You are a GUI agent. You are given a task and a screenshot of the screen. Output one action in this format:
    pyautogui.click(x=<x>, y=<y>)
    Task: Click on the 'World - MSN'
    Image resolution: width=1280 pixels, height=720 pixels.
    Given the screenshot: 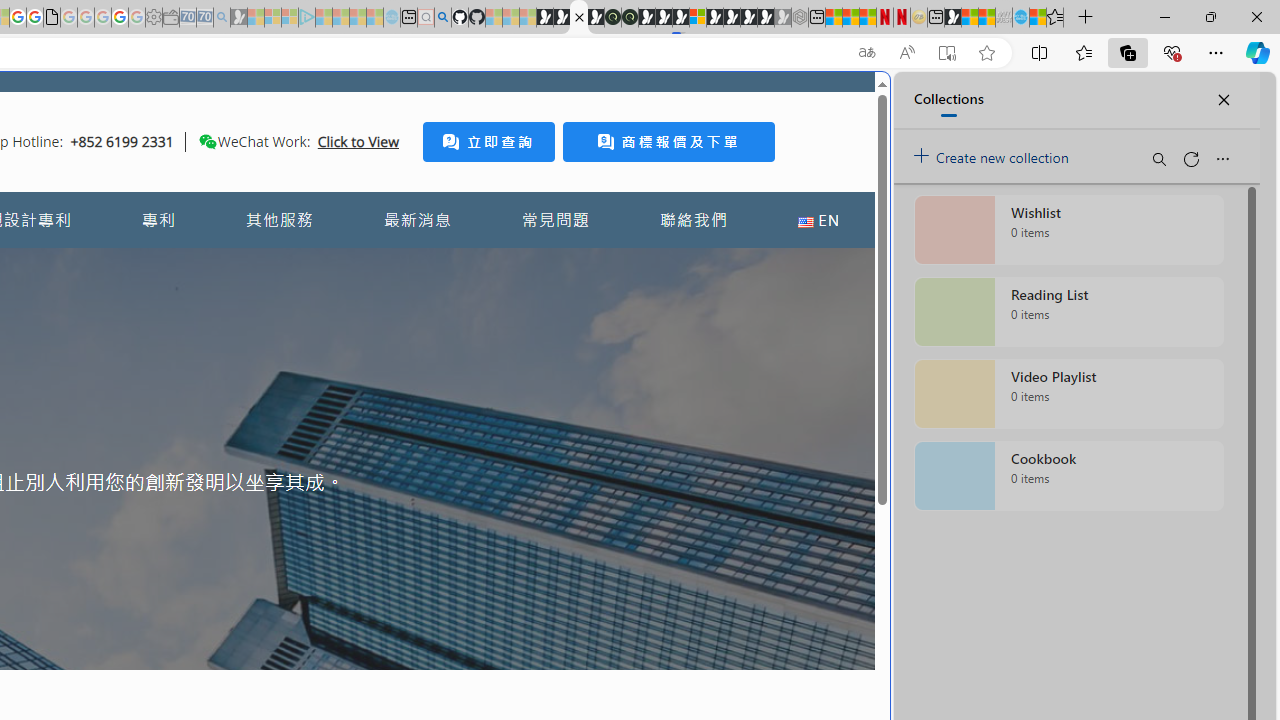 What is the action you would take?
    pyautogui.click(x=970, y=17)
    